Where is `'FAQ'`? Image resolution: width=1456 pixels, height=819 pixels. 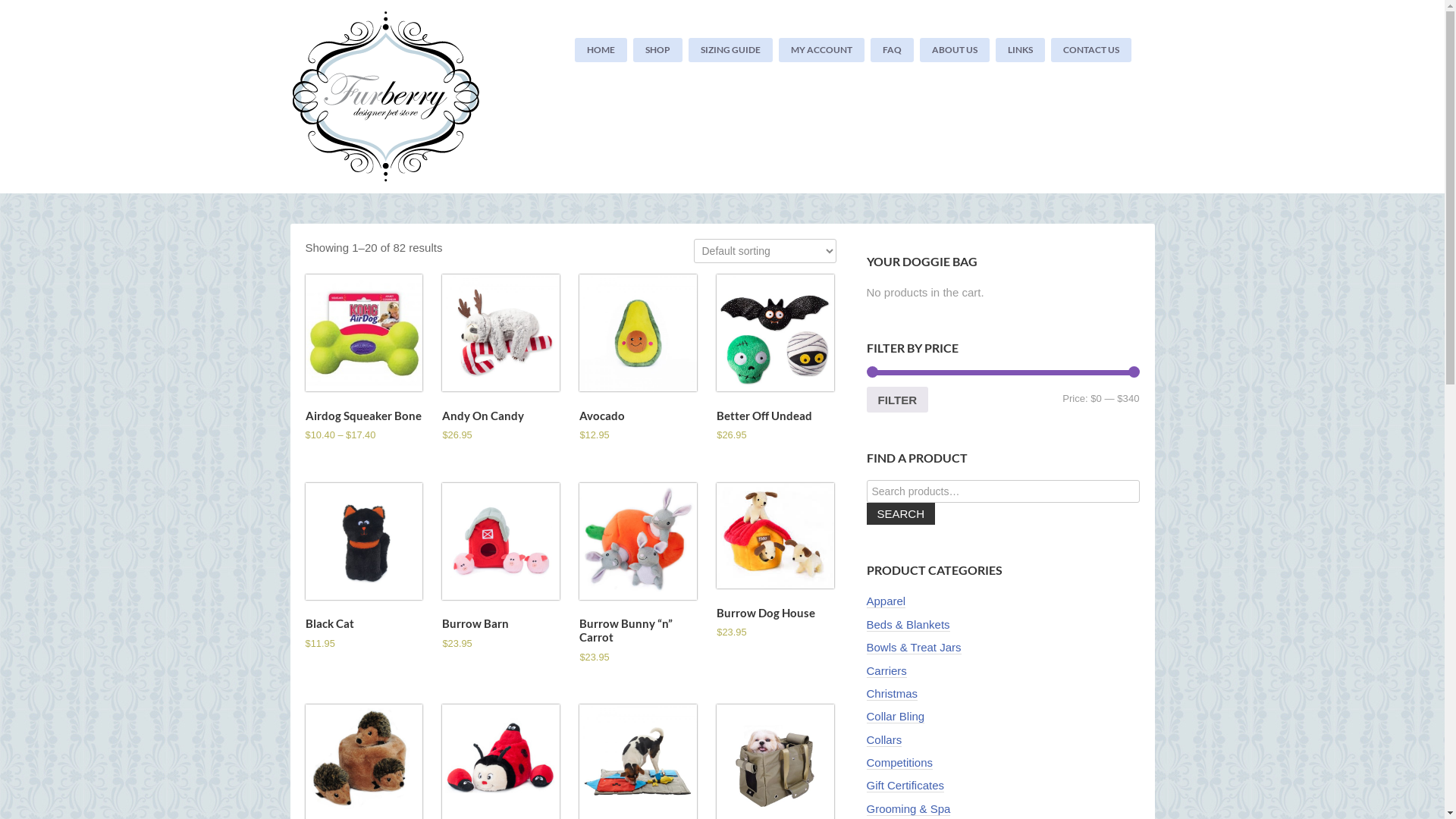 'FAQ' is located at coordinates (870, 49).